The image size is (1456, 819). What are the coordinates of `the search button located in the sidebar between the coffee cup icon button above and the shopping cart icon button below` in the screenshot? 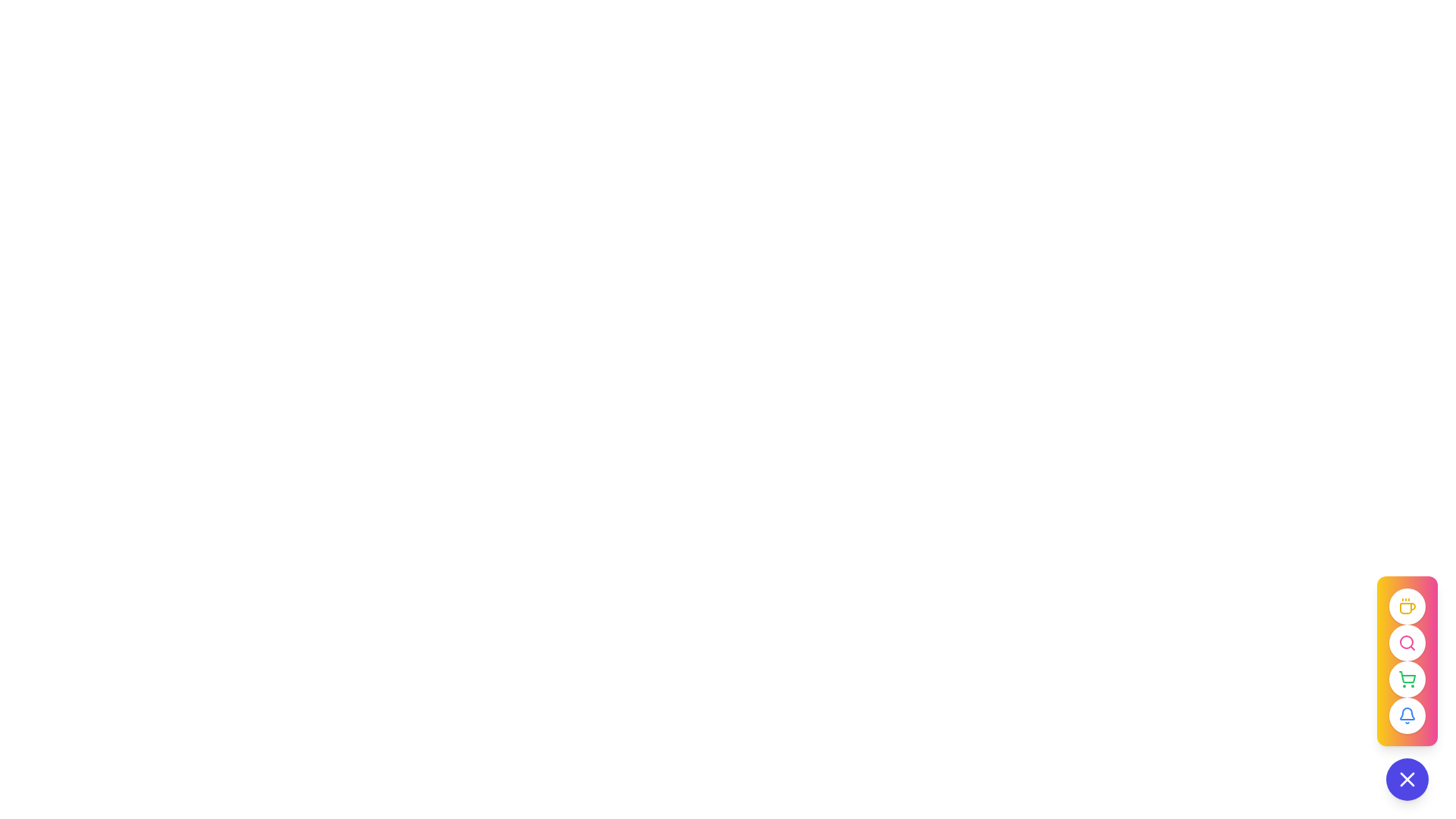 It's located at (1407, 643).